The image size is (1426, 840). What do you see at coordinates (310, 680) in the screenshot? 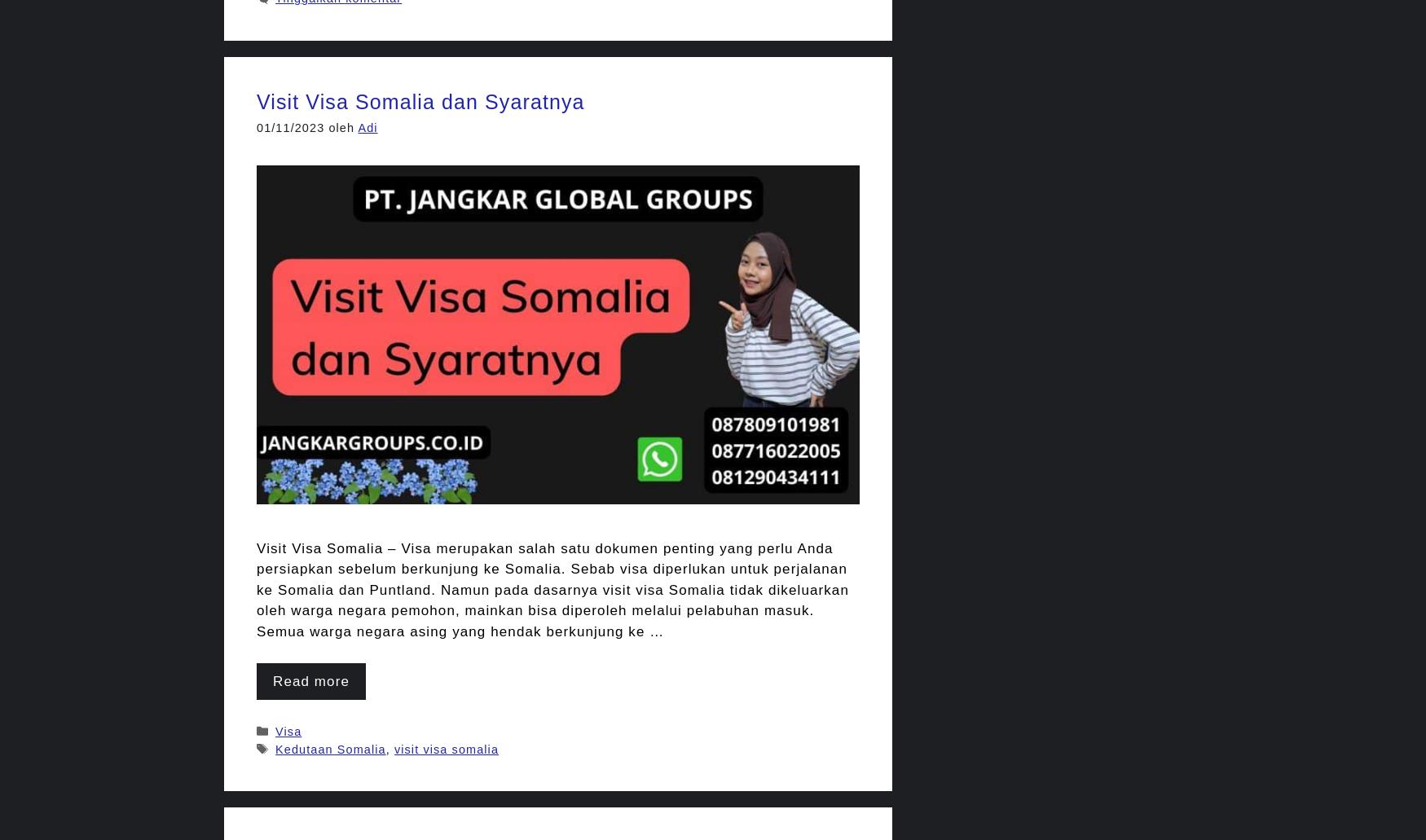
I see `'Read more'` at bounding box center [310, 680].